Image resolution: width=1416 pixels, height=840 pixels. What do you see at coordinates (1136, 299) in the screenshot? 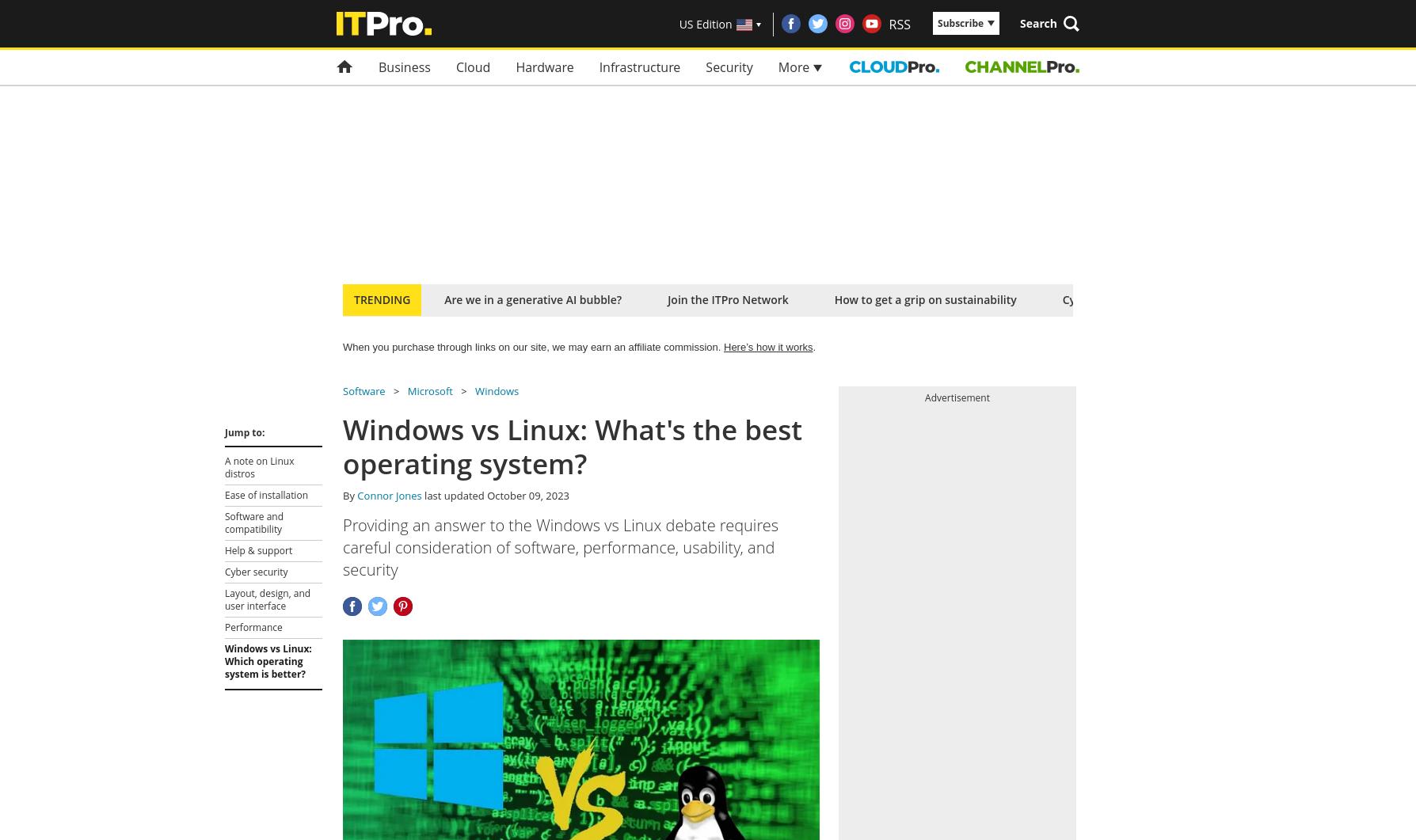
I see `'Cyber security tips for SMBs'` at bounding box center [1136, 299].